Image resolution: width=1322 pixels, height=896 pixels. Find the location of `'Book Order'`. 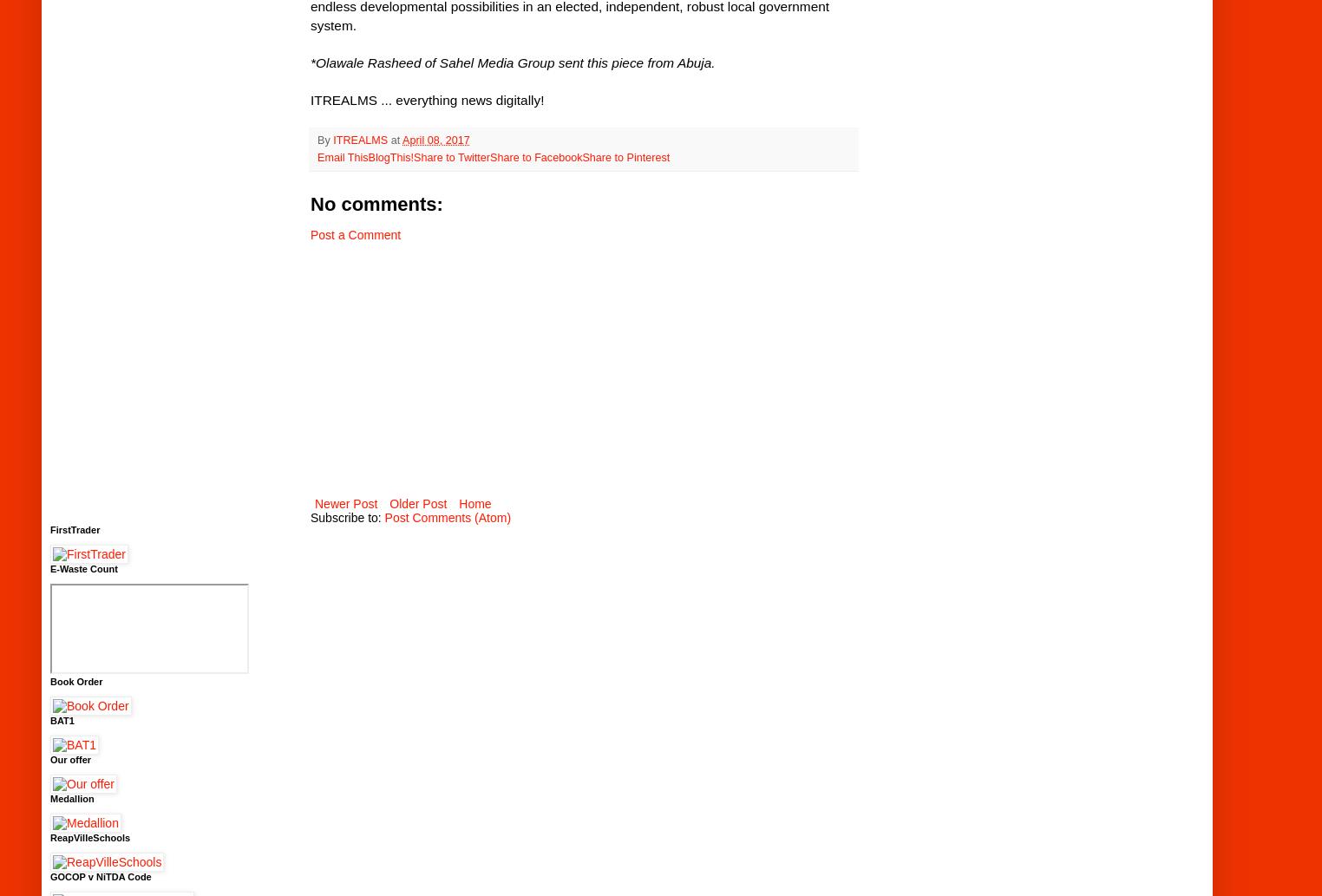

'Book Order' is located at coordinates (75, 680).